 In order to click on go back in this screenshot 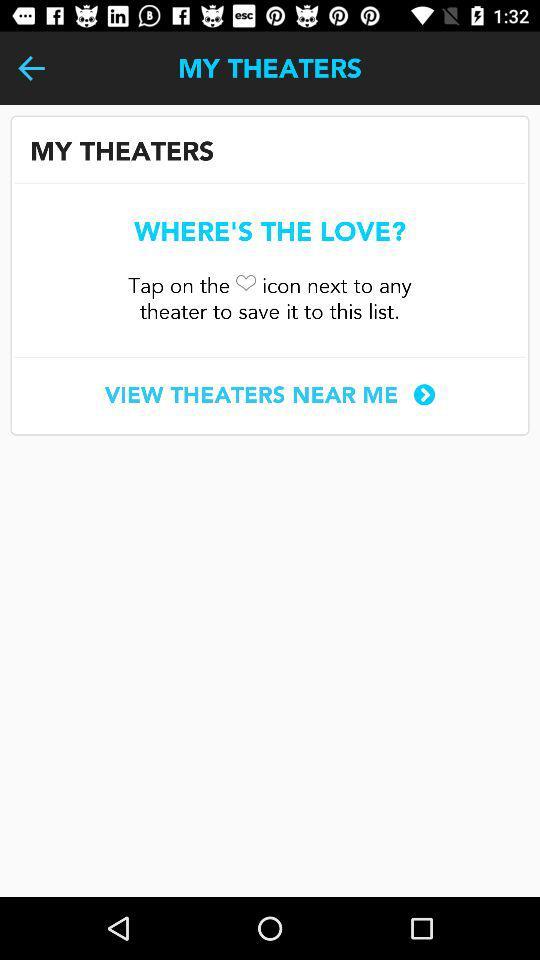, I will do `click(30, 68)`.